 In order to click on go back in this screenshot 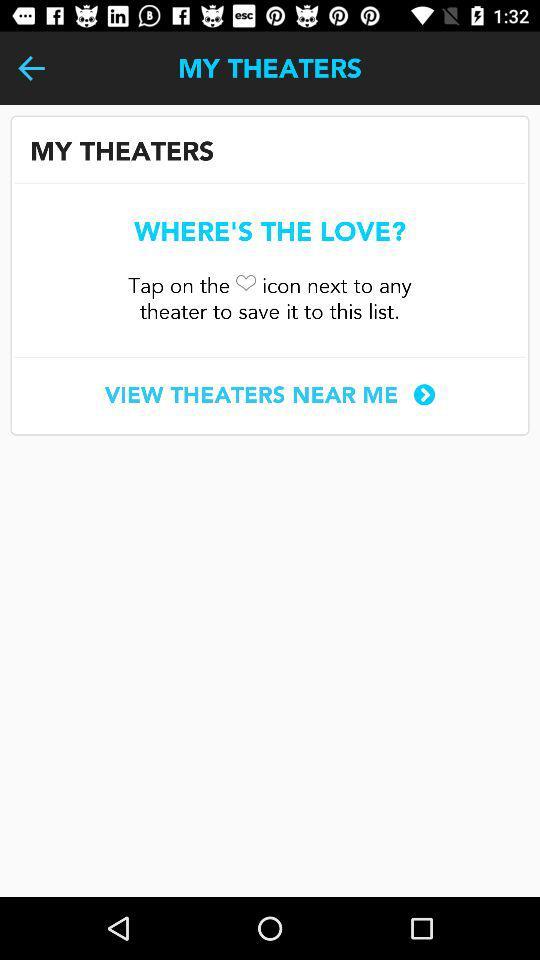, I will do `click(30, 68)`.